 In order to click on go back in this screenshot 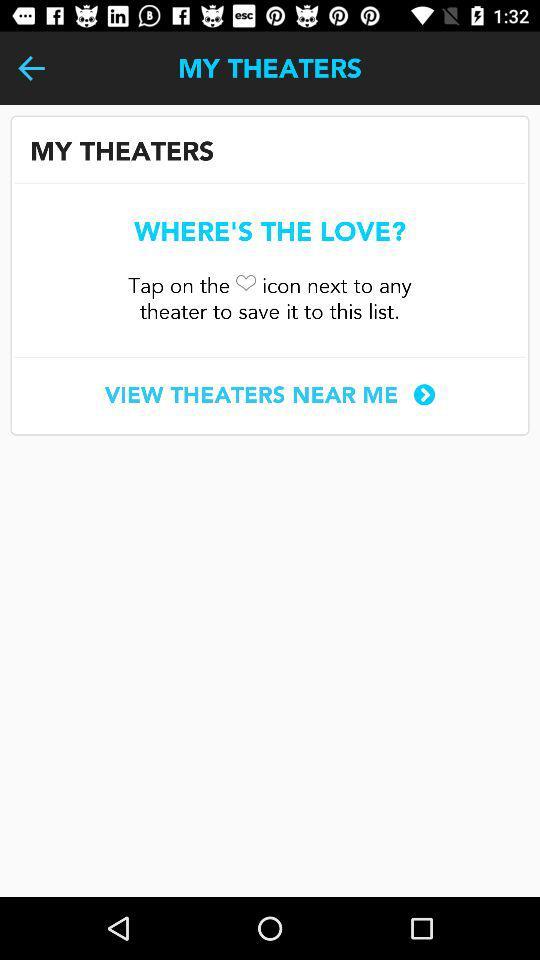, I will do `click(30, 68)`.